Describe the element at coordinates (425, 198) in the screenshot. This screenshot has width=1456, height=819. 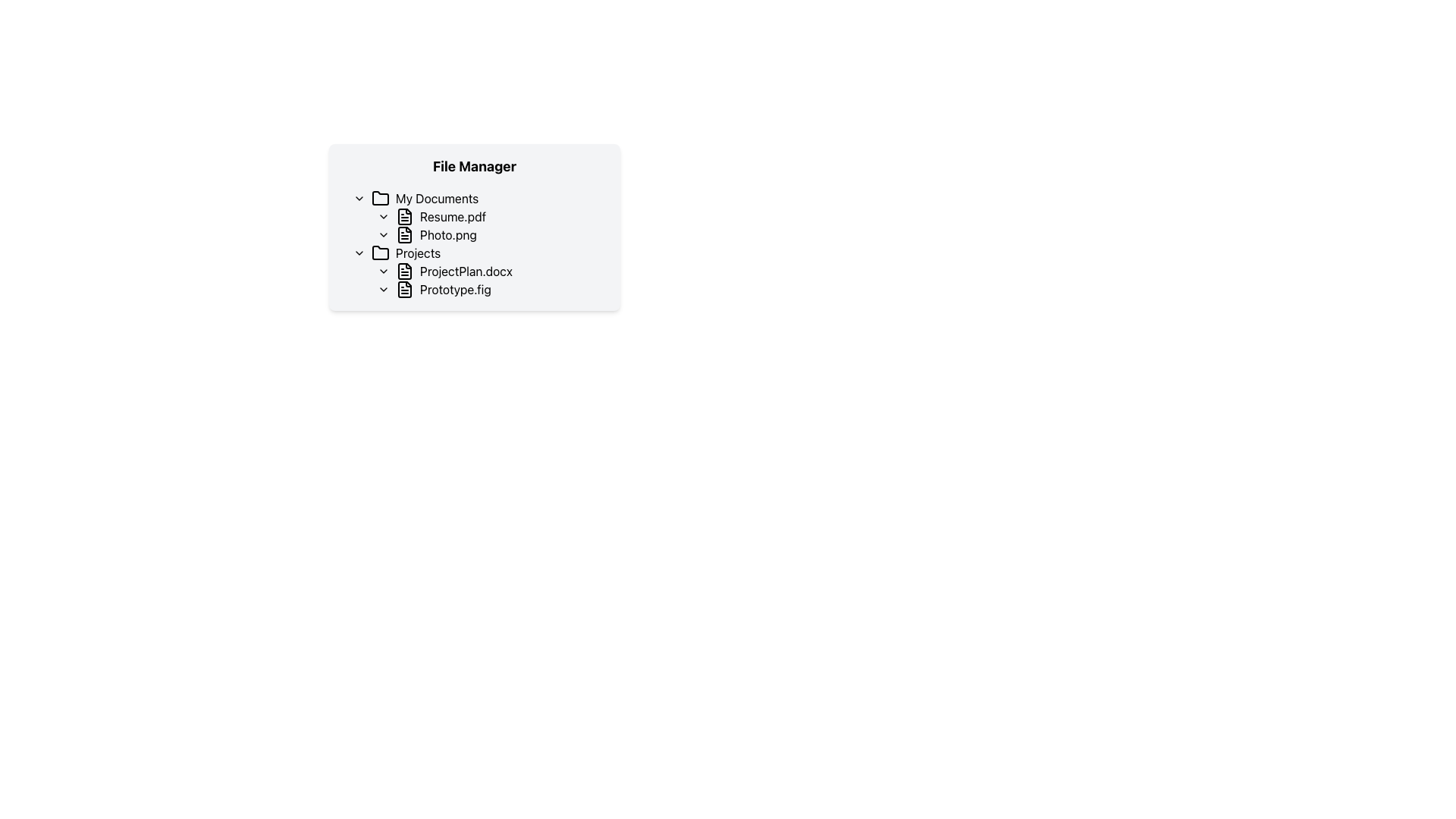
I see `the 'My Documents' folder` at that location.